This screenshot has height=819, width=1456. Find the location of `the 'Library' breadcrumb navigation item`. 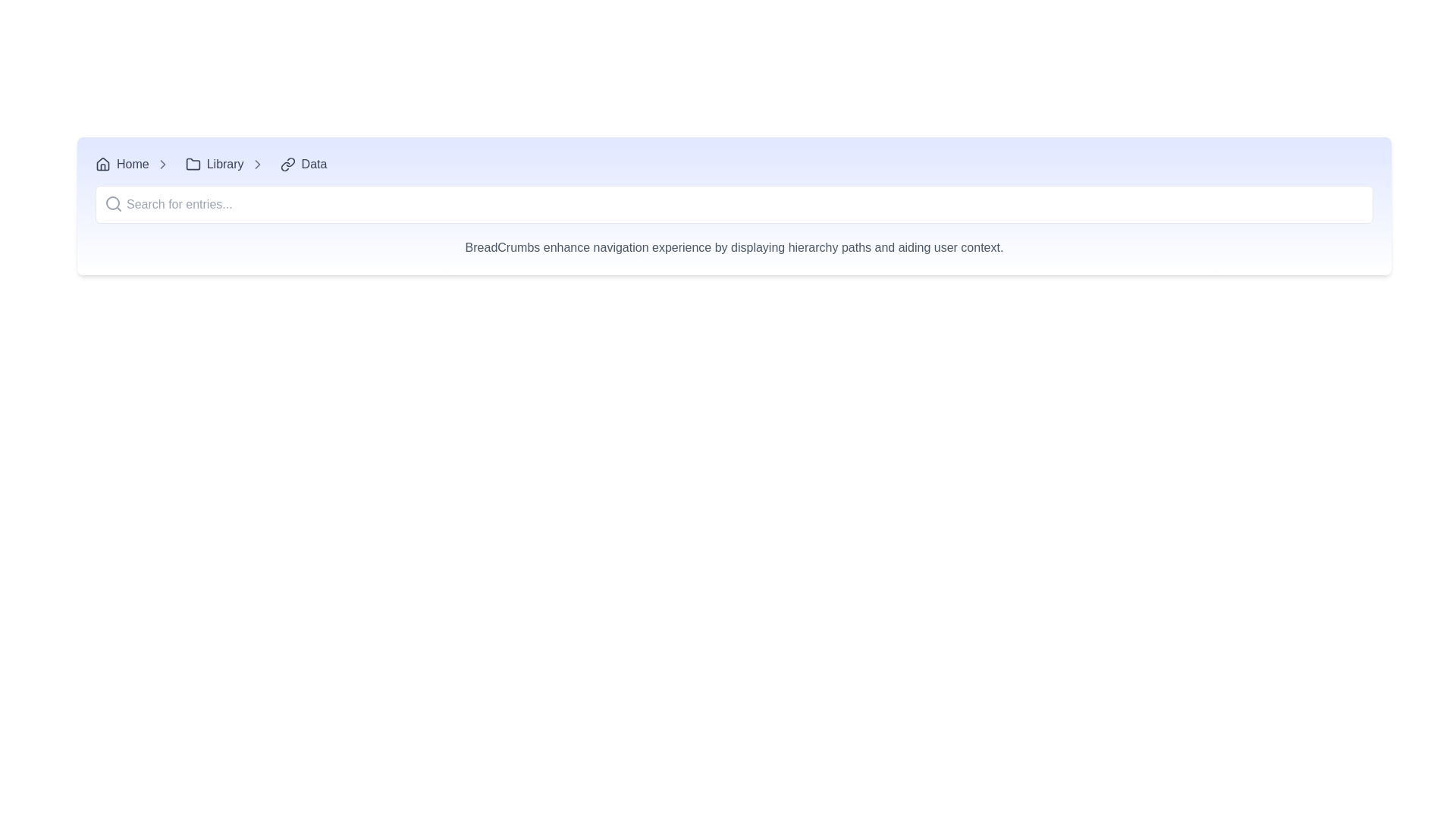

the 'Library' breadcrumb navigation item is located at coordinates (227, 164).